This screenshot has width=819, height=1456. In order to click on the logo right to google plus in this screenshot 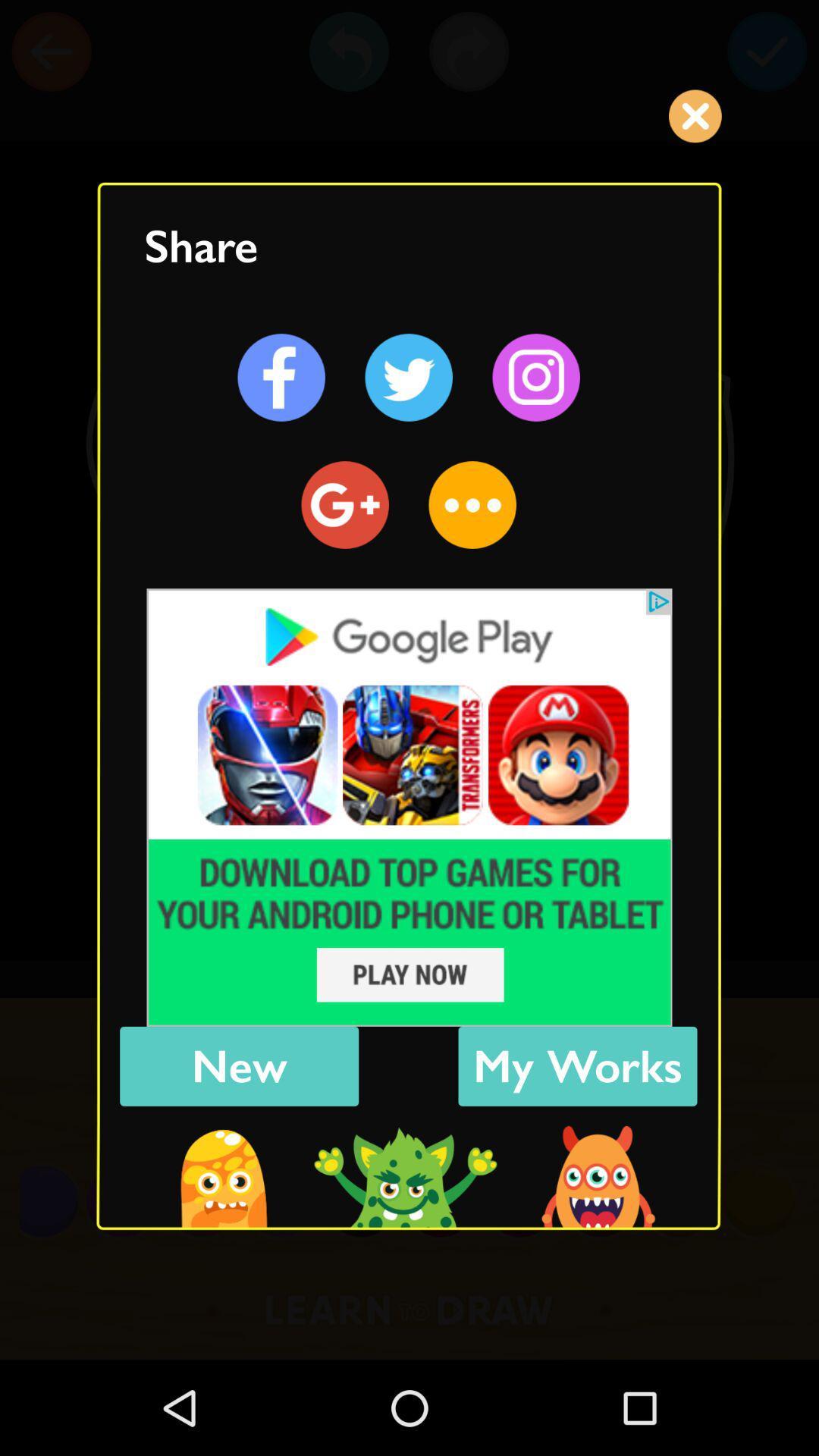, I will do `click(472, 505)`.